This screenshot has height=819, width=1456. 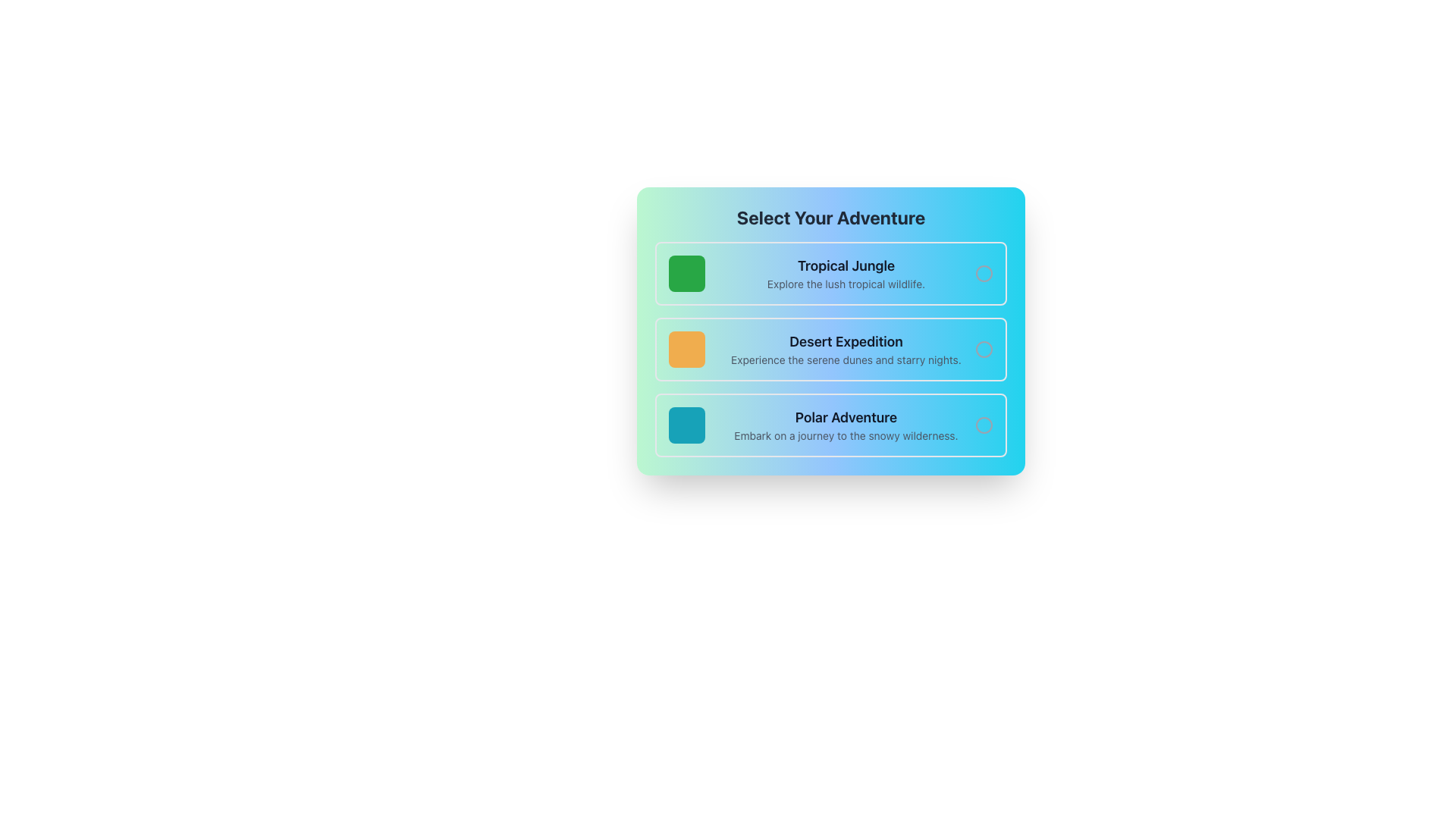 What do you see at coordinates (984, 350) in the screenshot?
I see `the circular radio button with a gray outline that is located at the rightmost side of the 'Desert Expedition' option` at bounding box center [984, 350].